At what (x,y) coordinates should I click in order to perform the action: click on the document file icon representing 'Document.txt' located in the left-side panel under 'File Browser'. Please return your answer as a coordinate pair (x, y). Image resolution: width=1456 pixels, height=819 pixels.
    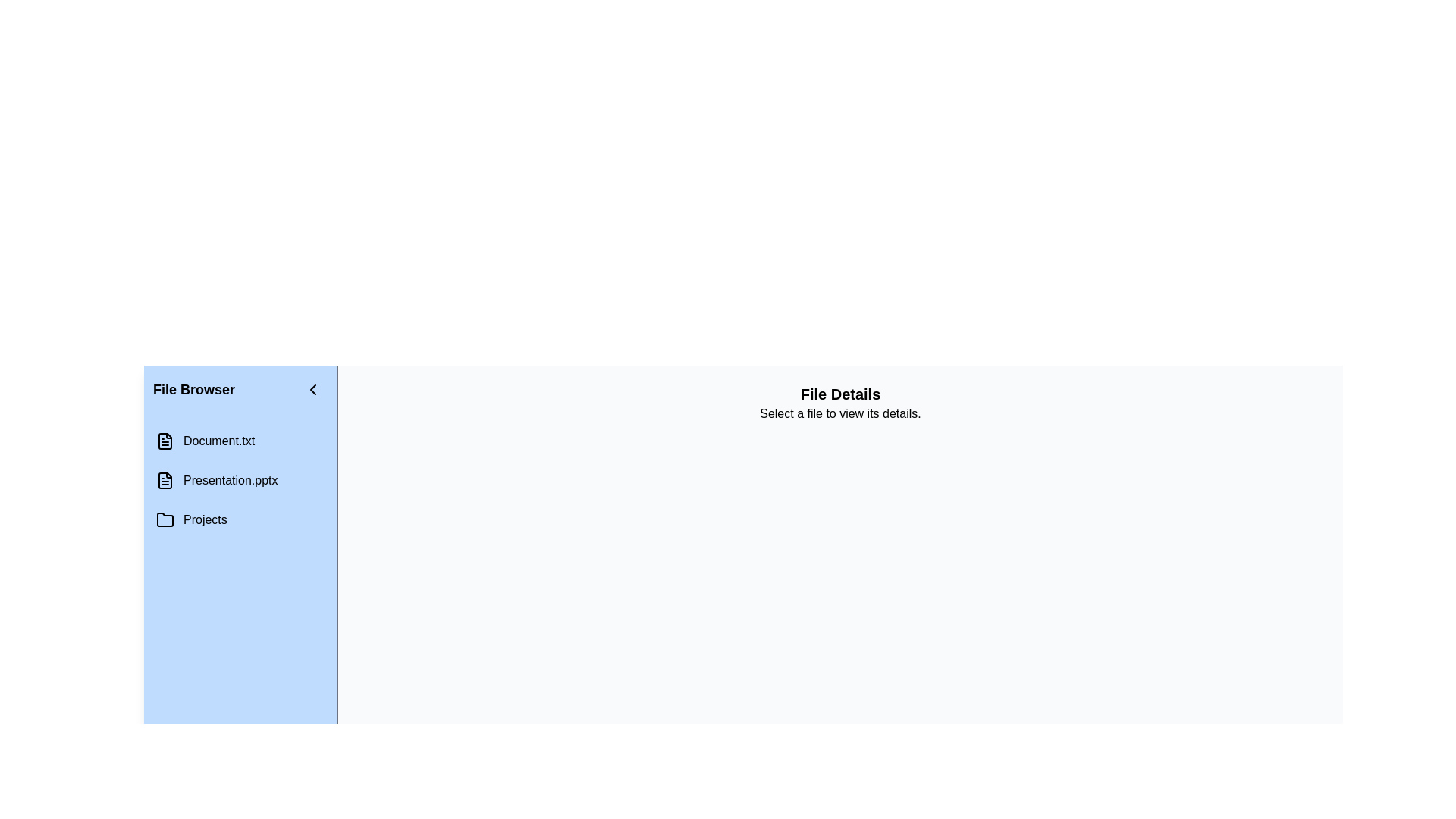
    Looking at the image, I should click on (165, 441).